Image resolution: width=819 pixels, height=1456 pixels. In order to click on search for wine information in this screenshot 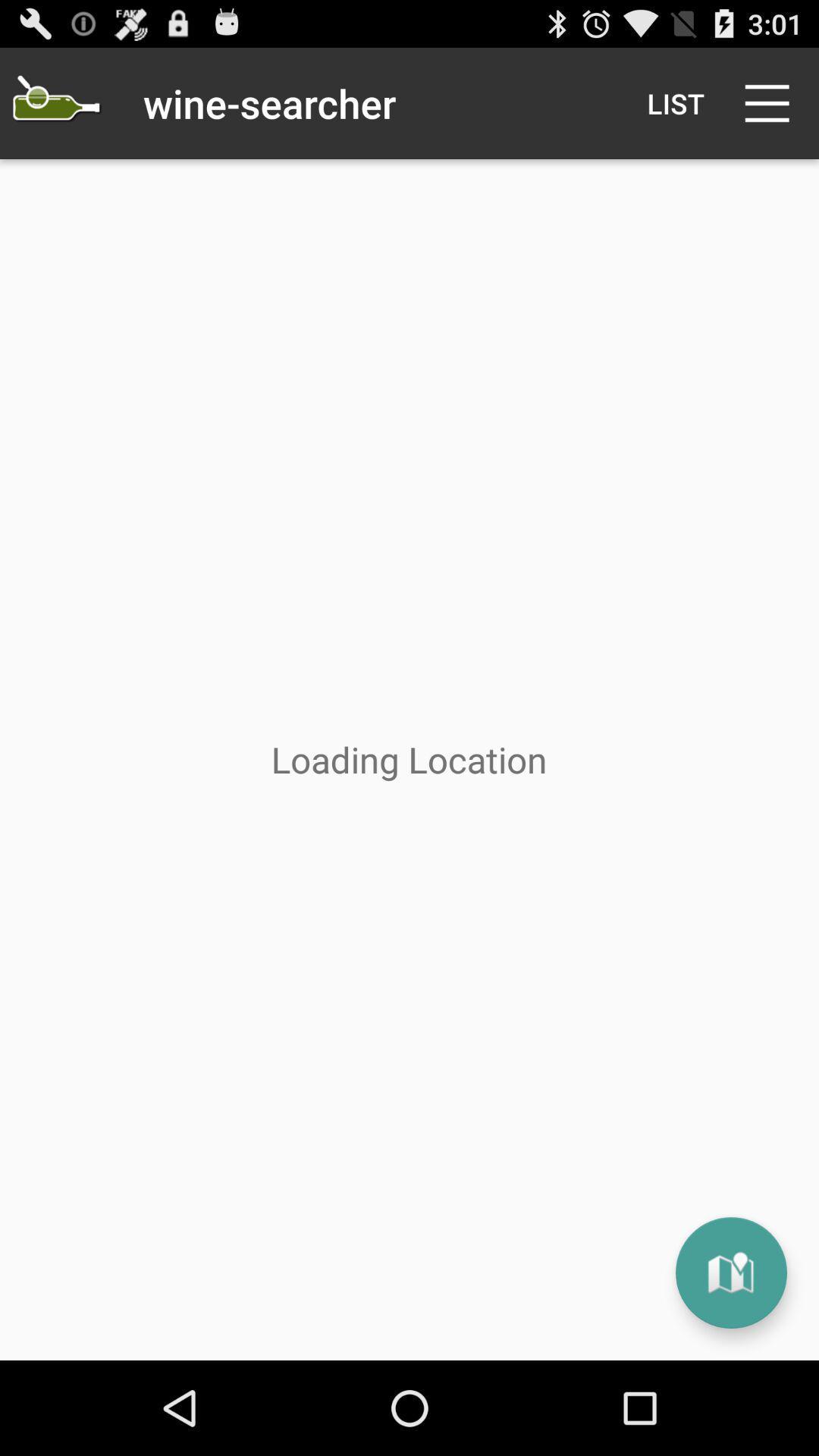, I will do `click(55, 102)`.